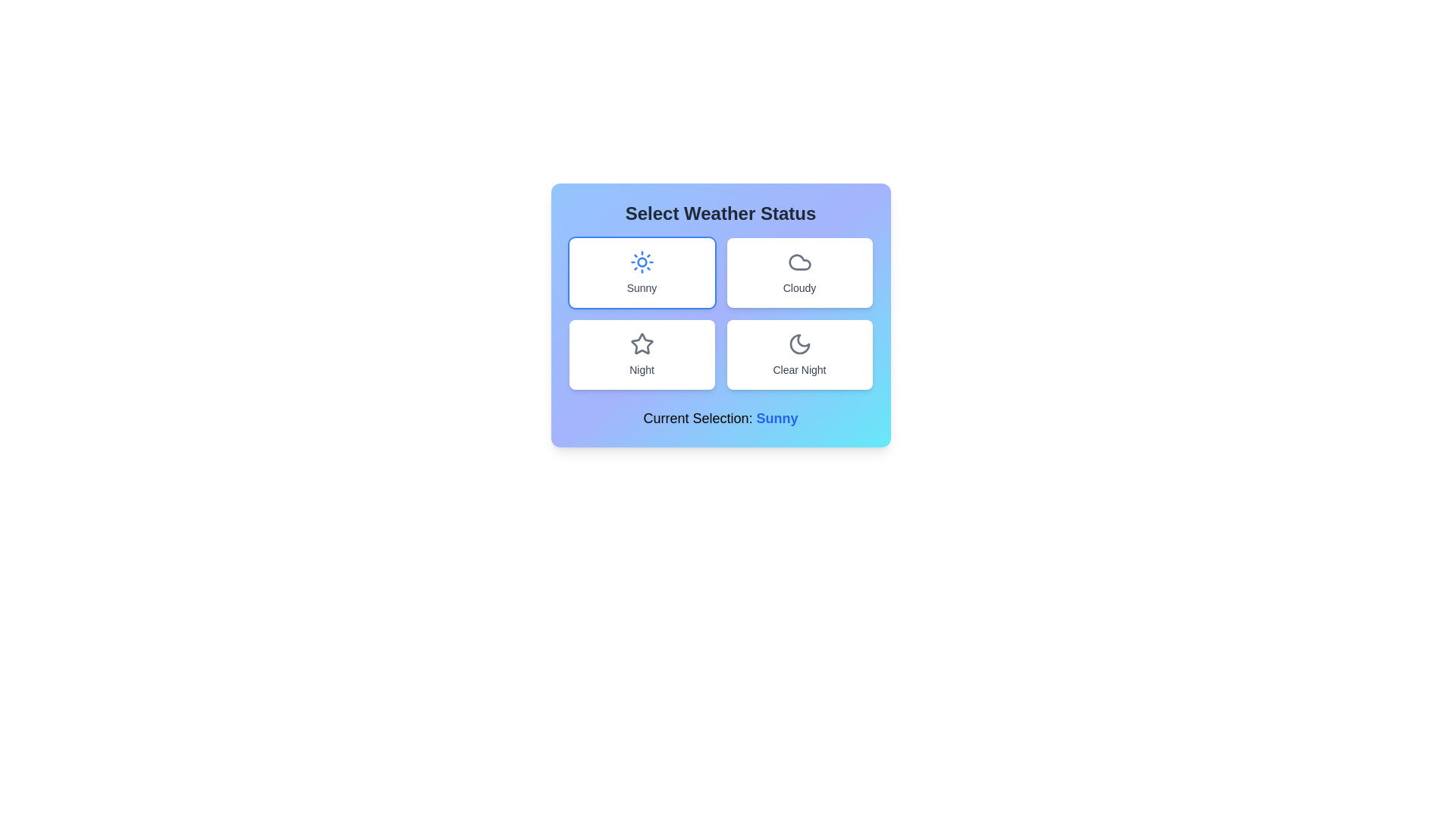 The height and width of the screenshot is (819, 1456). What do you see at coordinates (642, 262) in the screenshot?
I see `the 'Sunny' weather icon located in the first row and first column of the 2x2 grid interface` at bounding box center [642, 262].